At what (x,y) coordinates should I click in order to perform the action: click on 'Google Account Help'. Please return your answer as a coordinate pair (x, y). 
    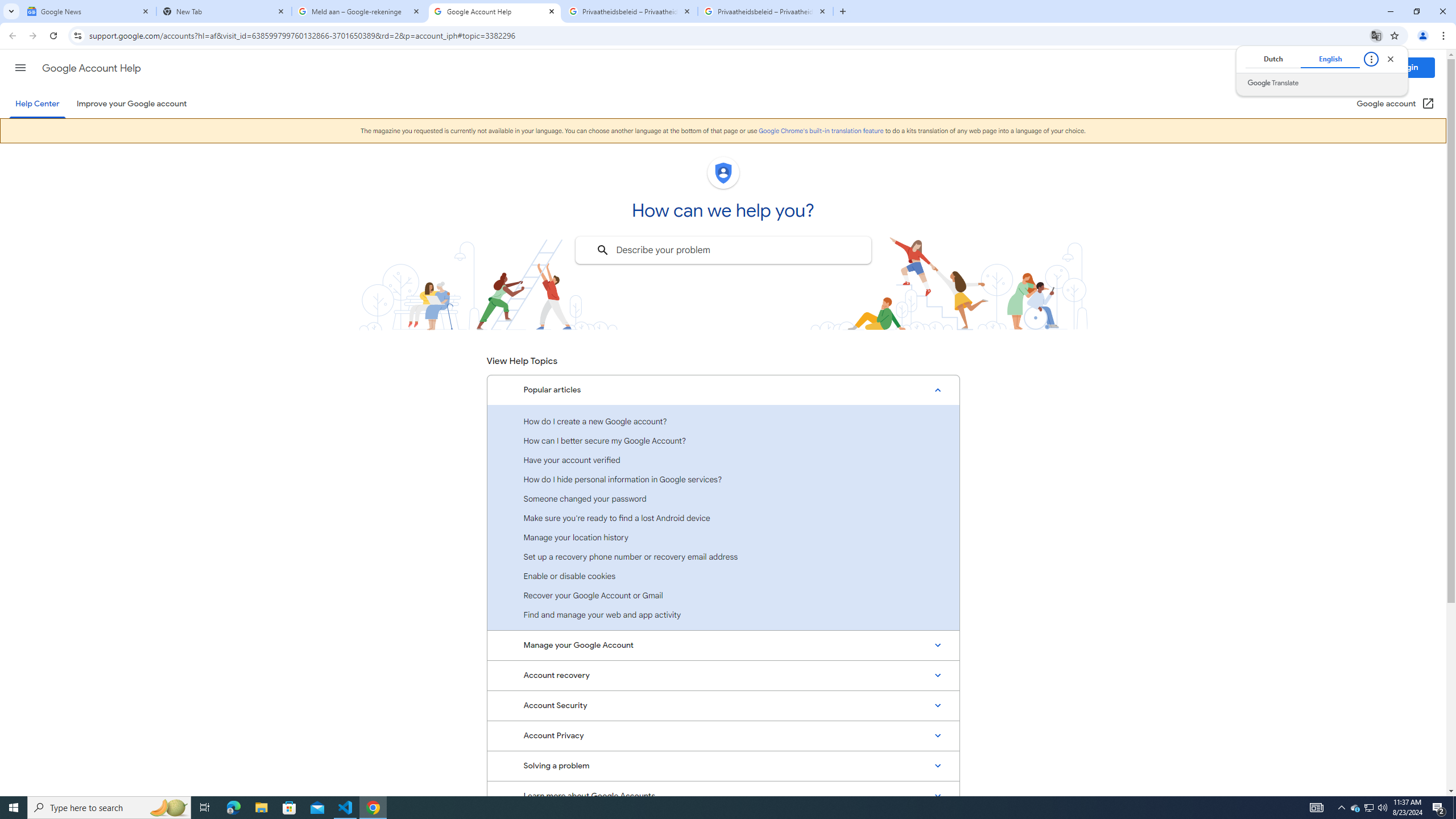
    Looking at the image, I should click on (494, 11).